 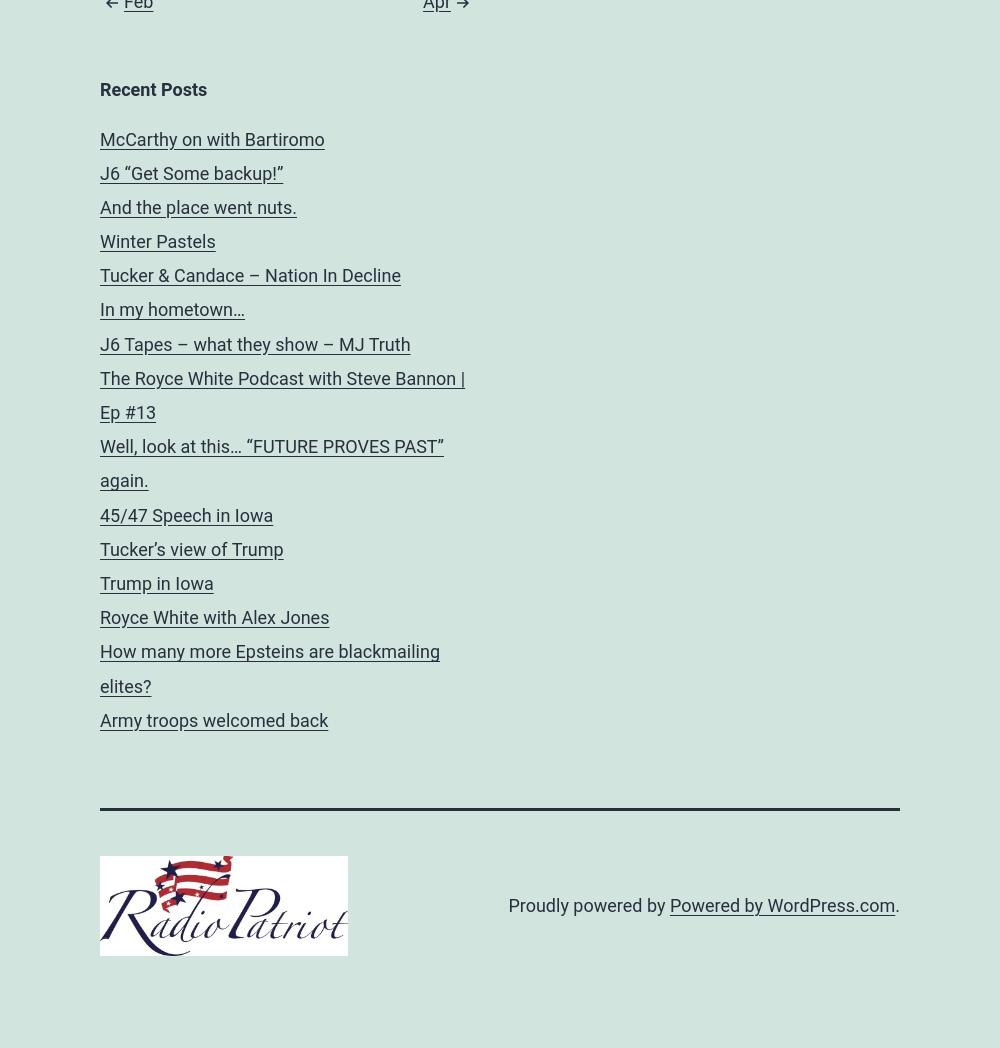 I want to click on 'Tucker’s view of Trump', so click(x=190, y=547).